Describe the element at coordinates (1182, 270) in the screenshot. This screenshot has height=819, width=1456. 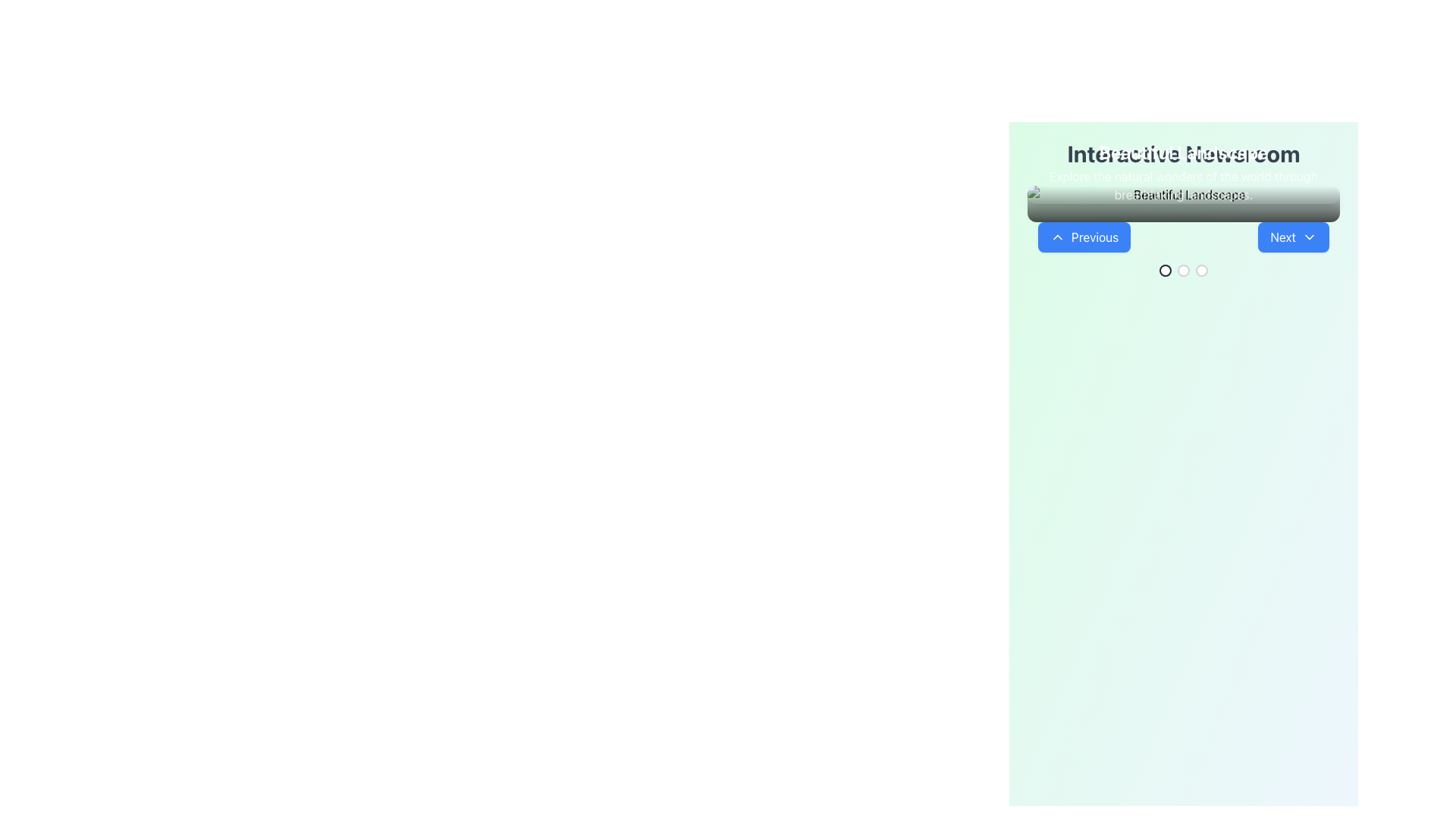
I see `the Pagination indicator element, which consists of three small circular icons with the middle one highlighted as active, located near the bottom of the content area` at that location.